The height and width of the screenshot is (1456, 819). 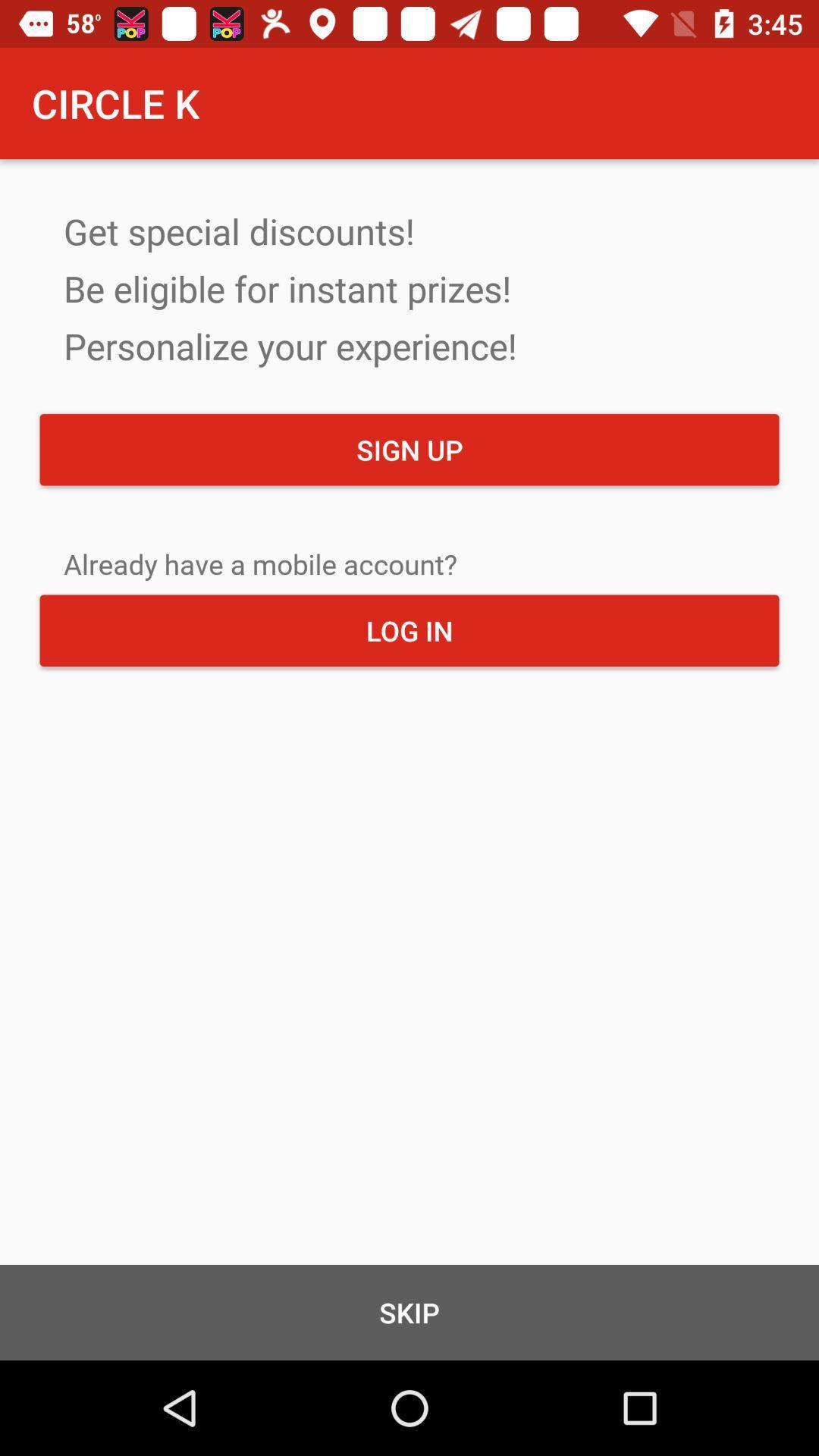 What do you see at coordinates (409, 449) in the screenshot?
I see `the item below the get special discounts item` at bounding box center [409, 449].